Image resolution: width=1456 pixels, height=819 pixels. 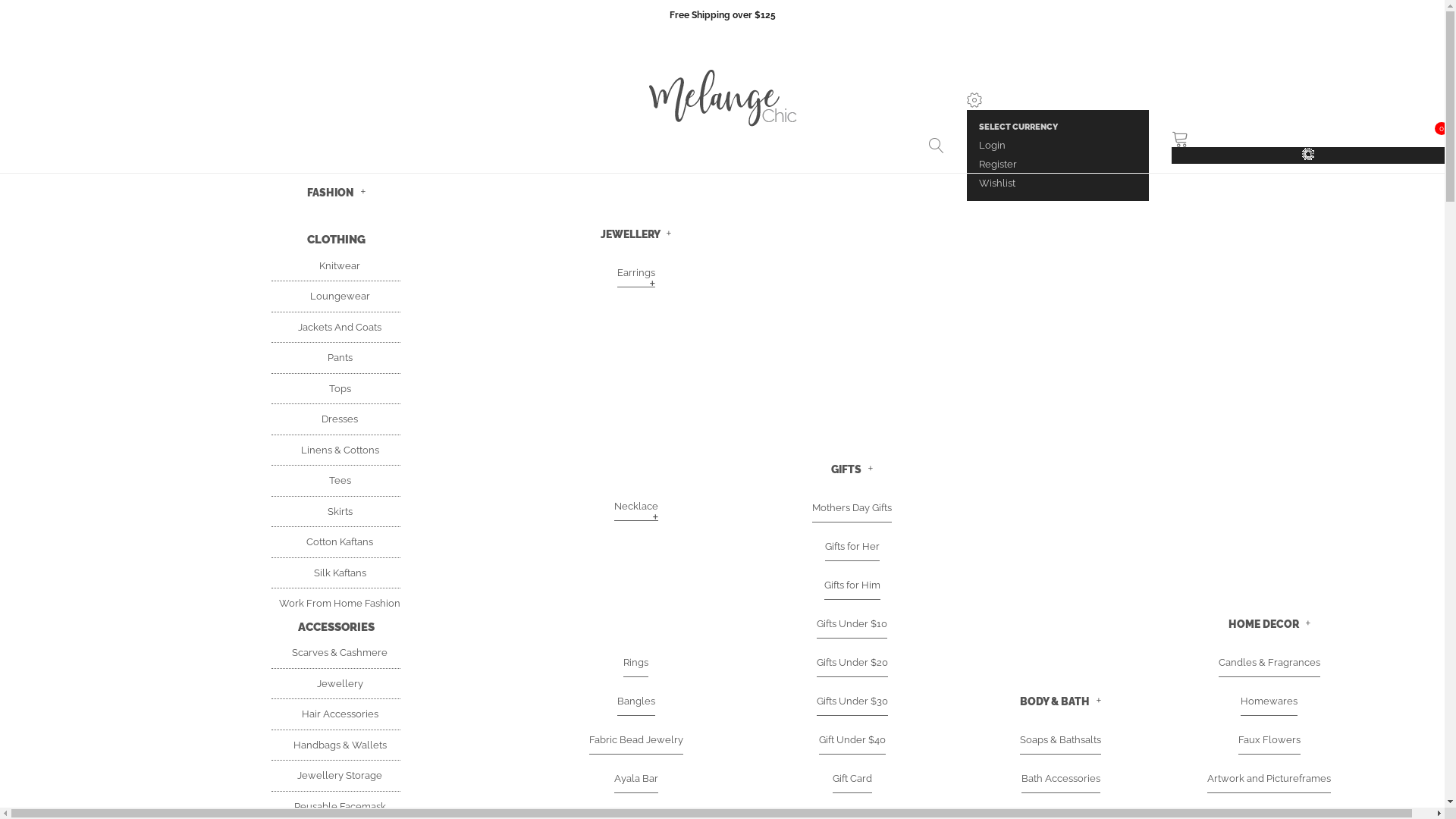 I want to click on 'Scarves & Cashmere', so click(x=334, y=651).